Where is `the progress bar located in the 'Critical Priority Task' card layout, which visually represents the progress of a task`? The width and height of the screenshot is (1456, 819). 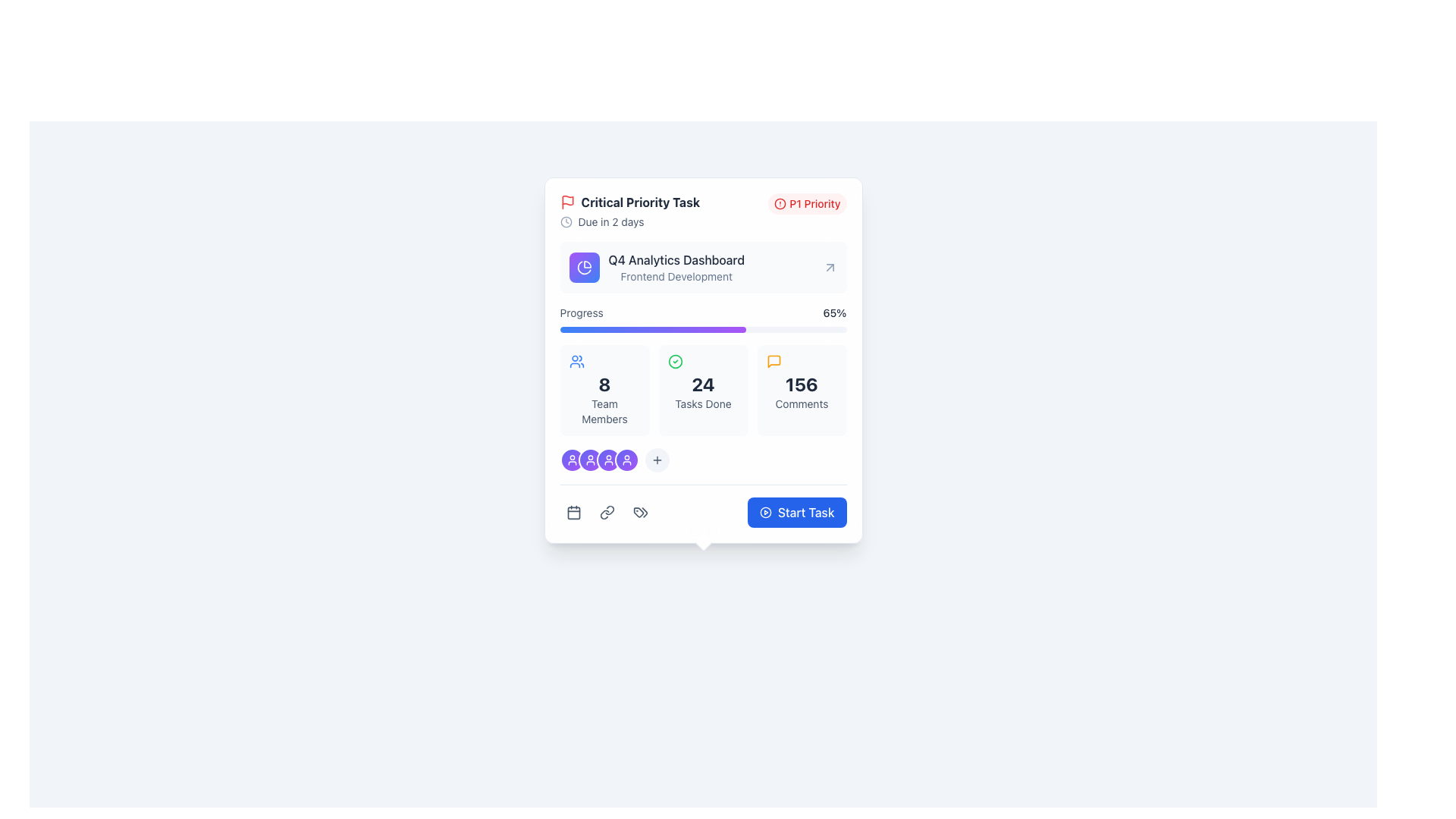
the progress bar located in the 'Critical Priority Task' card layout, which visually represents the progress of a task is located at coordinates (653, 329).